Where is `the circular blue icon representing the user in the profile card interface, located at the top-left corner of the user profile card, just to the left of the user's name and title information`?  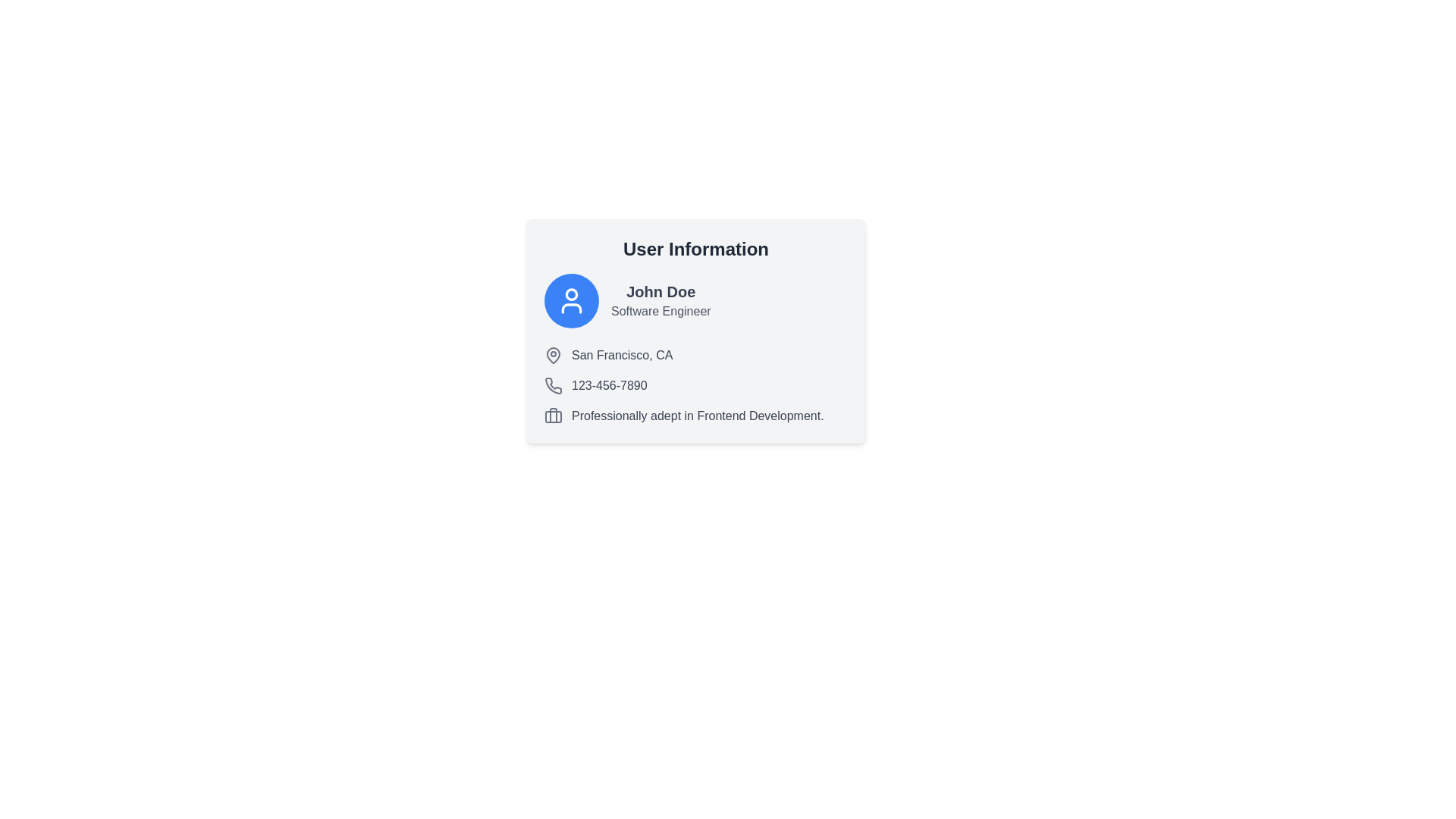 the circular blue icon representing the user in the profile card interface, located at the top-left corner of the user profile card, just to the left of the user's name and title information is located at coordinates (570, 301).